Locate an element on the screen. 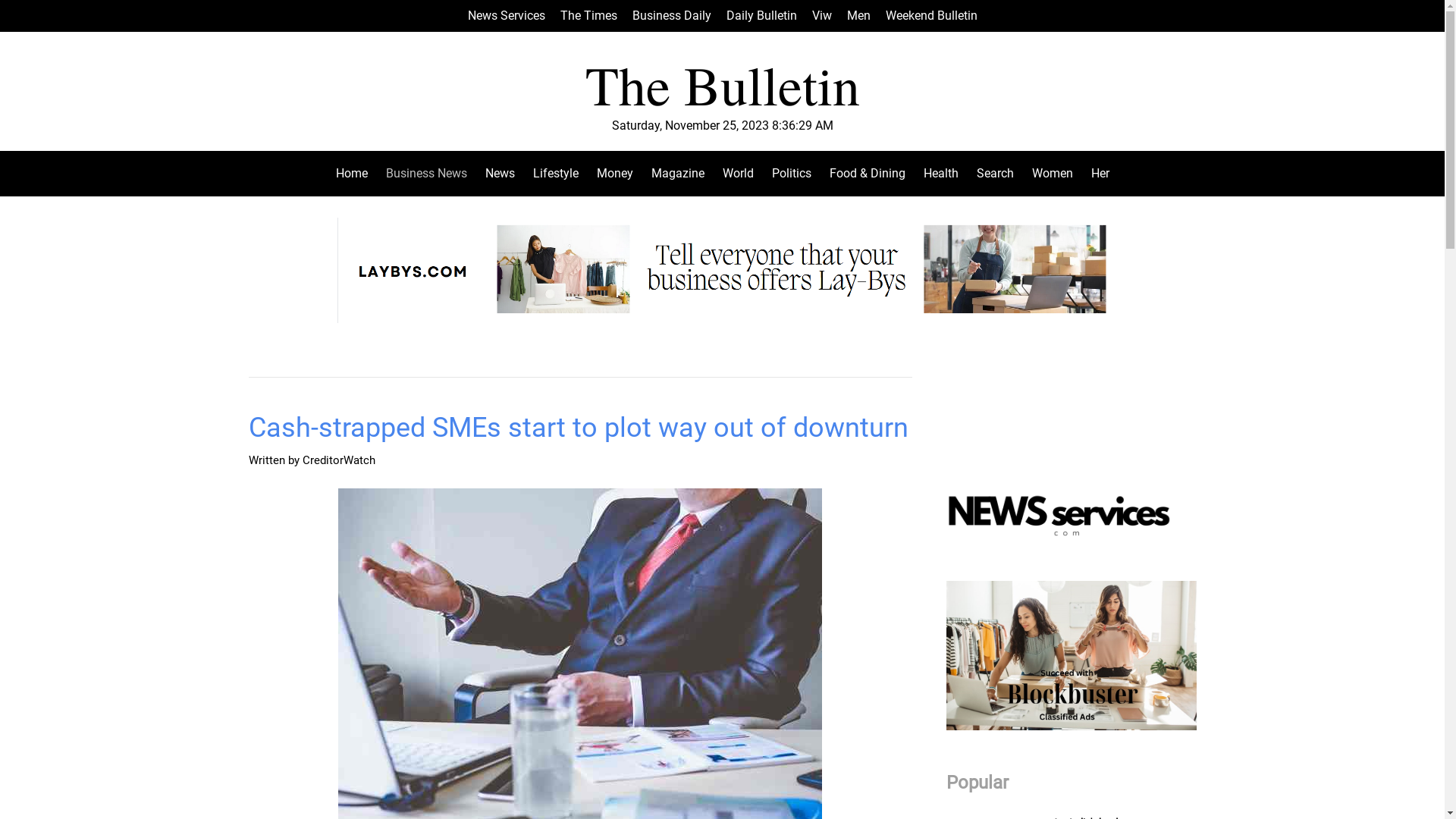 The width and height of the screenshot is (1456, 819). 'Business Daily' is located at coordinates (671, 15).